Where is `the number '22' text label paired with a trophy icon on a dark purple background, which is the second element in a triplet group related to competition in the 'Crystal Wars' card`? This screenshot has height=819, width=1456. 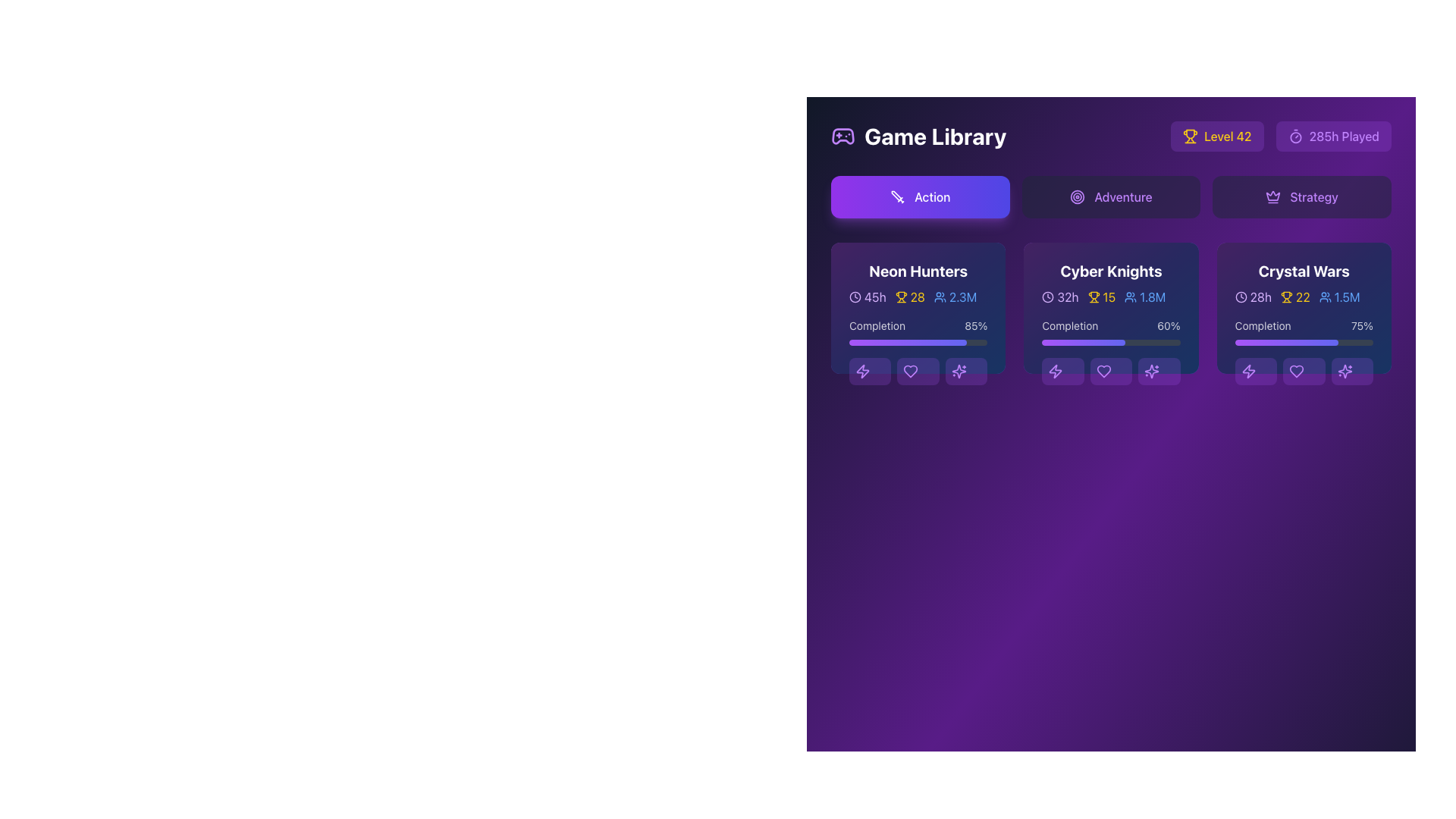
the number '22' text label paired with a trophy icon on a dark purple background, which is the second element in a triplet group related to competition in the 'Crystal Wars' card is located at coordinates (1294, 297).